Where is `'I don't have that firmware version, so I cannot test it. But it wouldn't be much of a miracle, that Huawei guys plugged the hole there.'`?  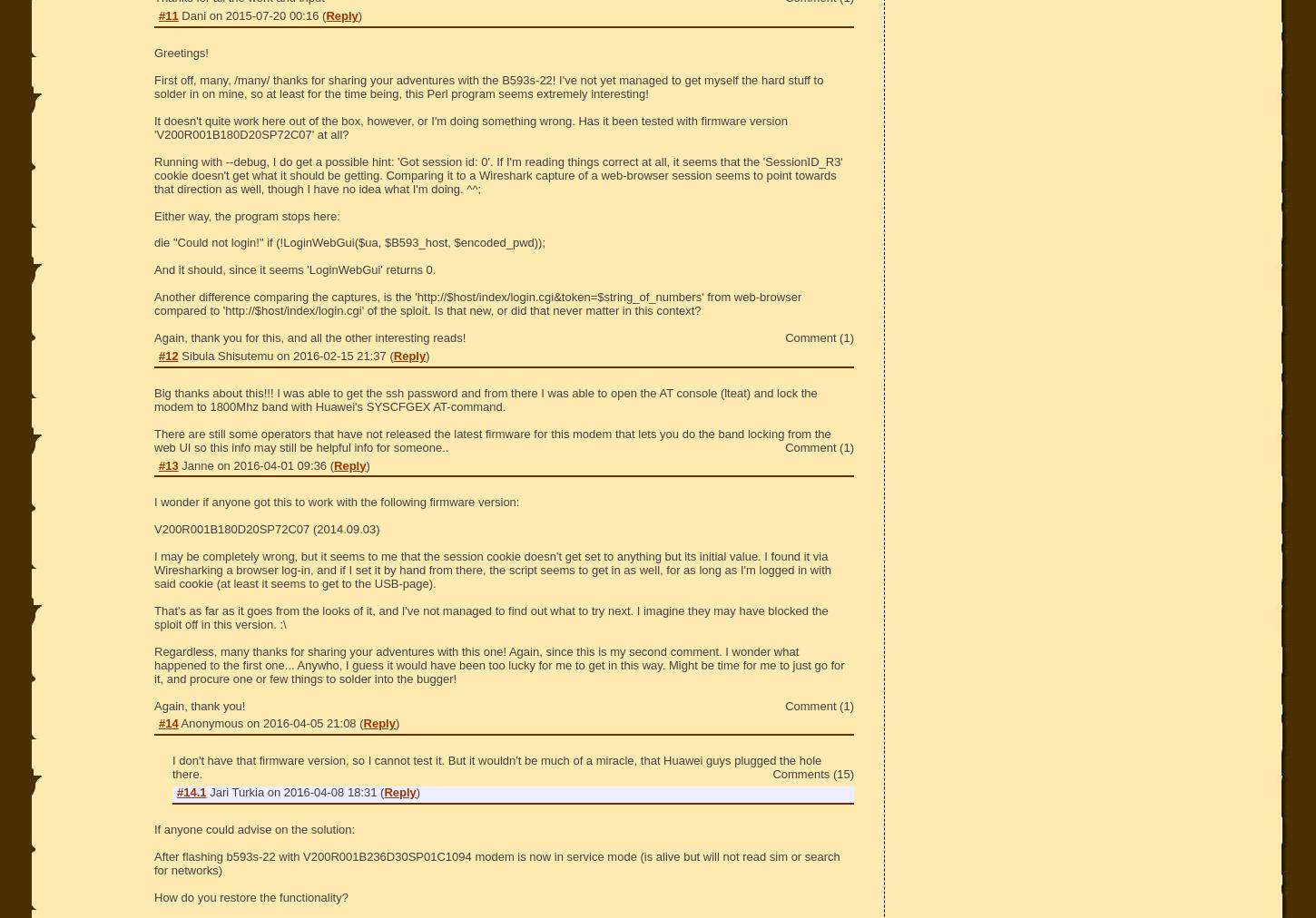
'I don't have that firmware version, so I cannot test it. But it wouldn't be much of a miracle, that Huawei guys plugged the hole there.' is located at coordinates (171, 767).